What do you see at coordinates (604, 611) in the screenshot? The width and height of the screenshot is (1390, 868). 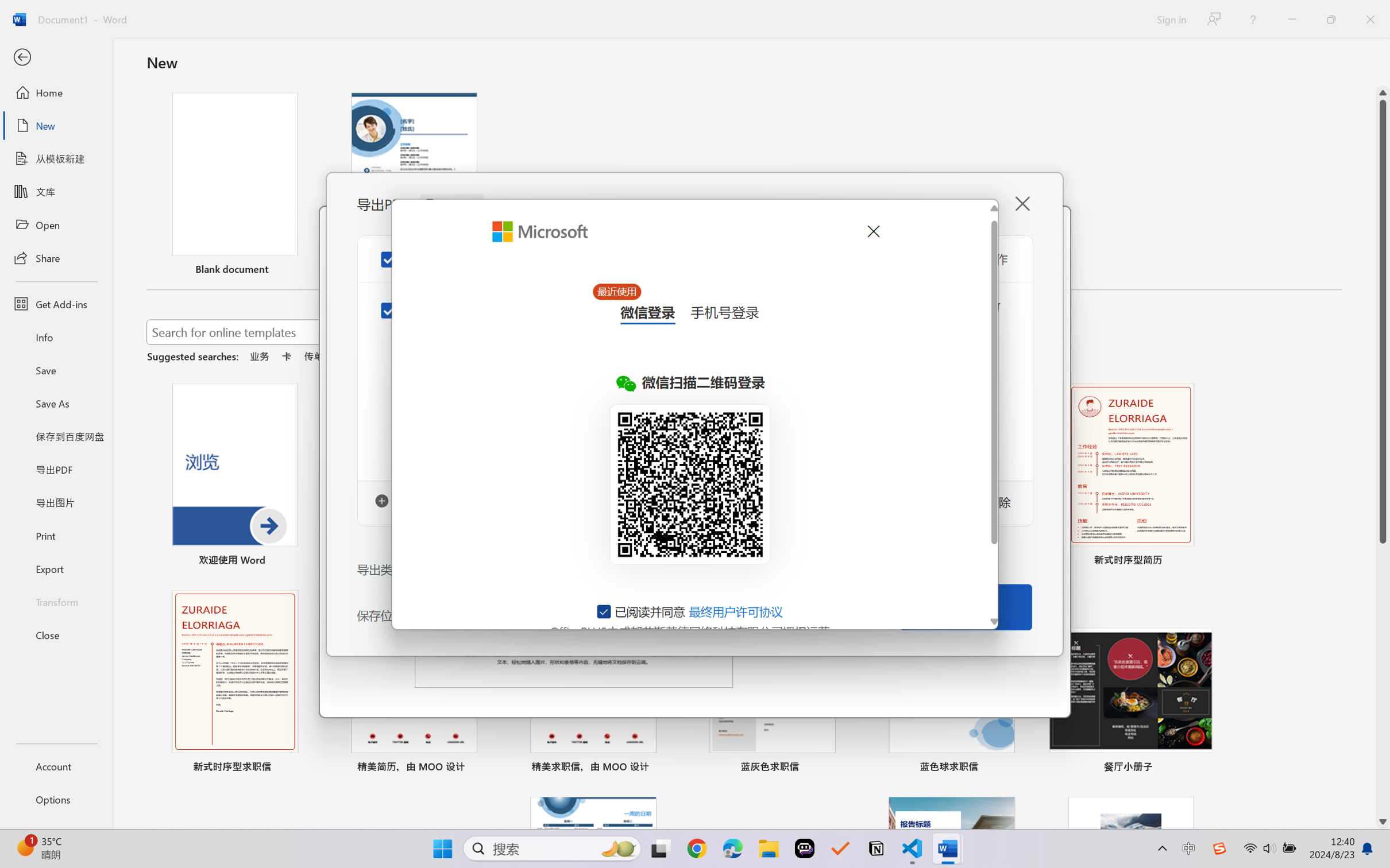 I see `'AutomationID: checkbox-14'` at bounding box center [604, 611].